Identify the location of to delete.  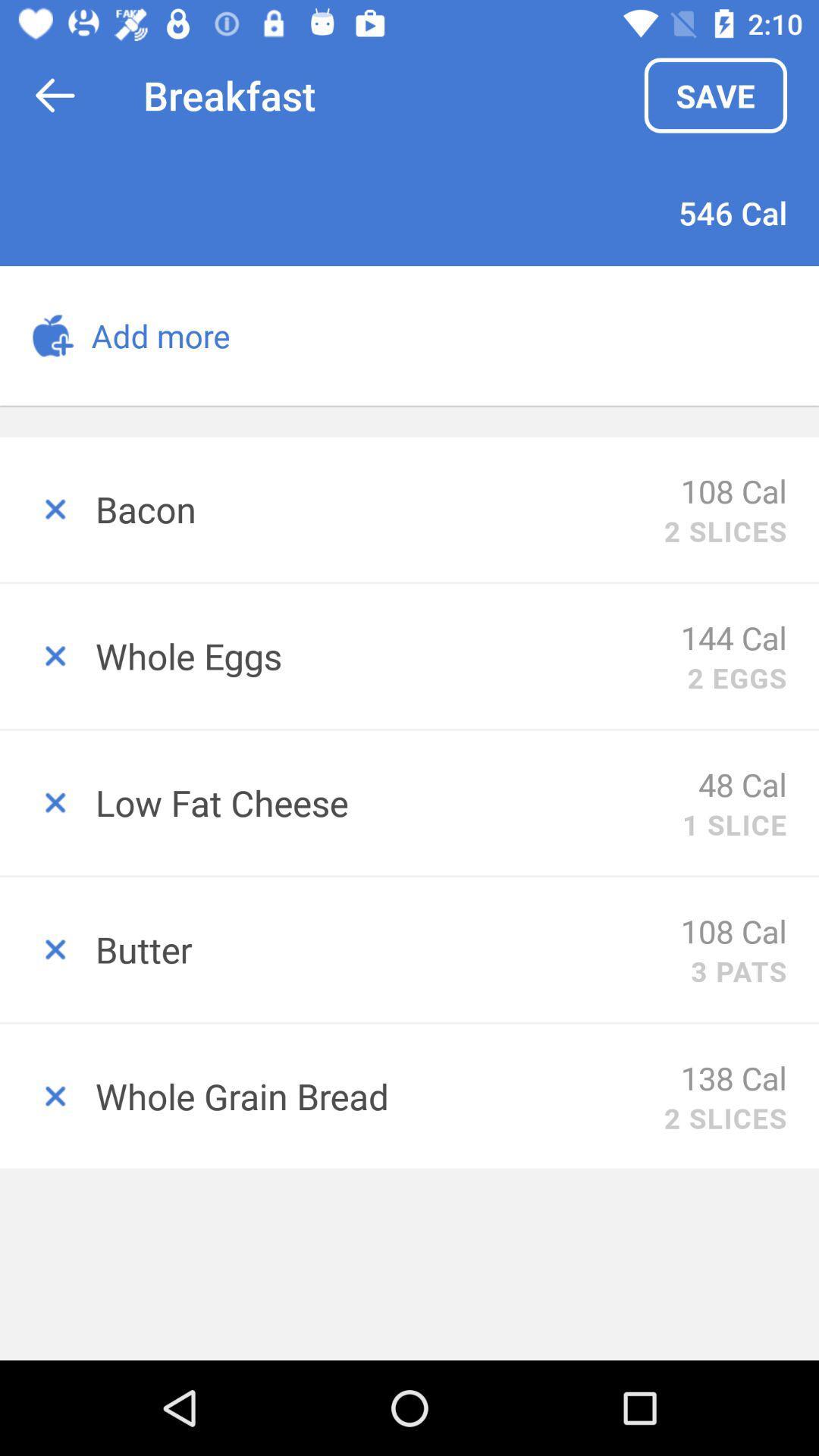
(46, 510).